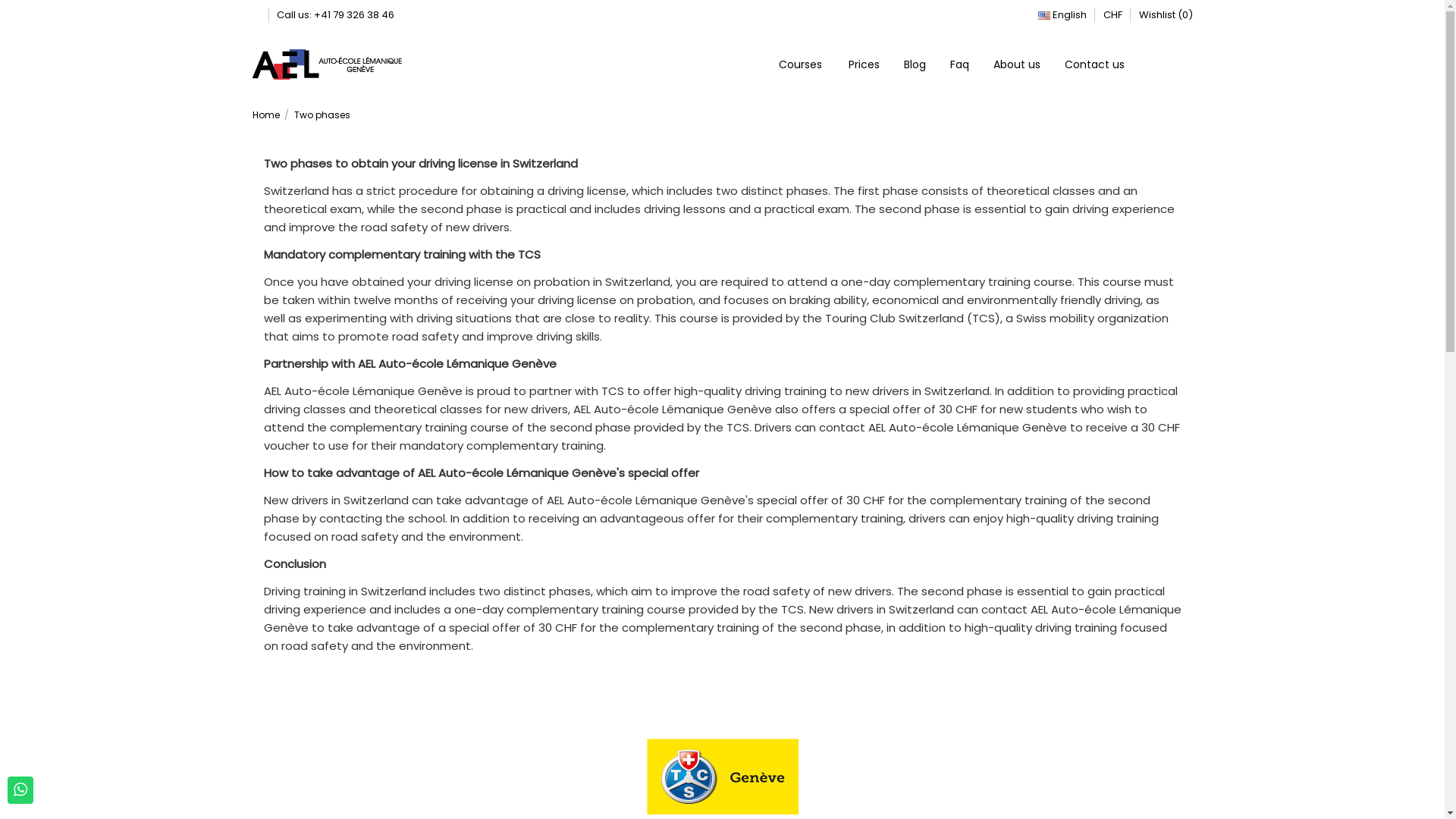 The height and width of the screenshot is (819, 1456). What do you see at coordinates (1103, 14) in the screenshot?
I see `'CHF'` at bounding box center [1103, 14].